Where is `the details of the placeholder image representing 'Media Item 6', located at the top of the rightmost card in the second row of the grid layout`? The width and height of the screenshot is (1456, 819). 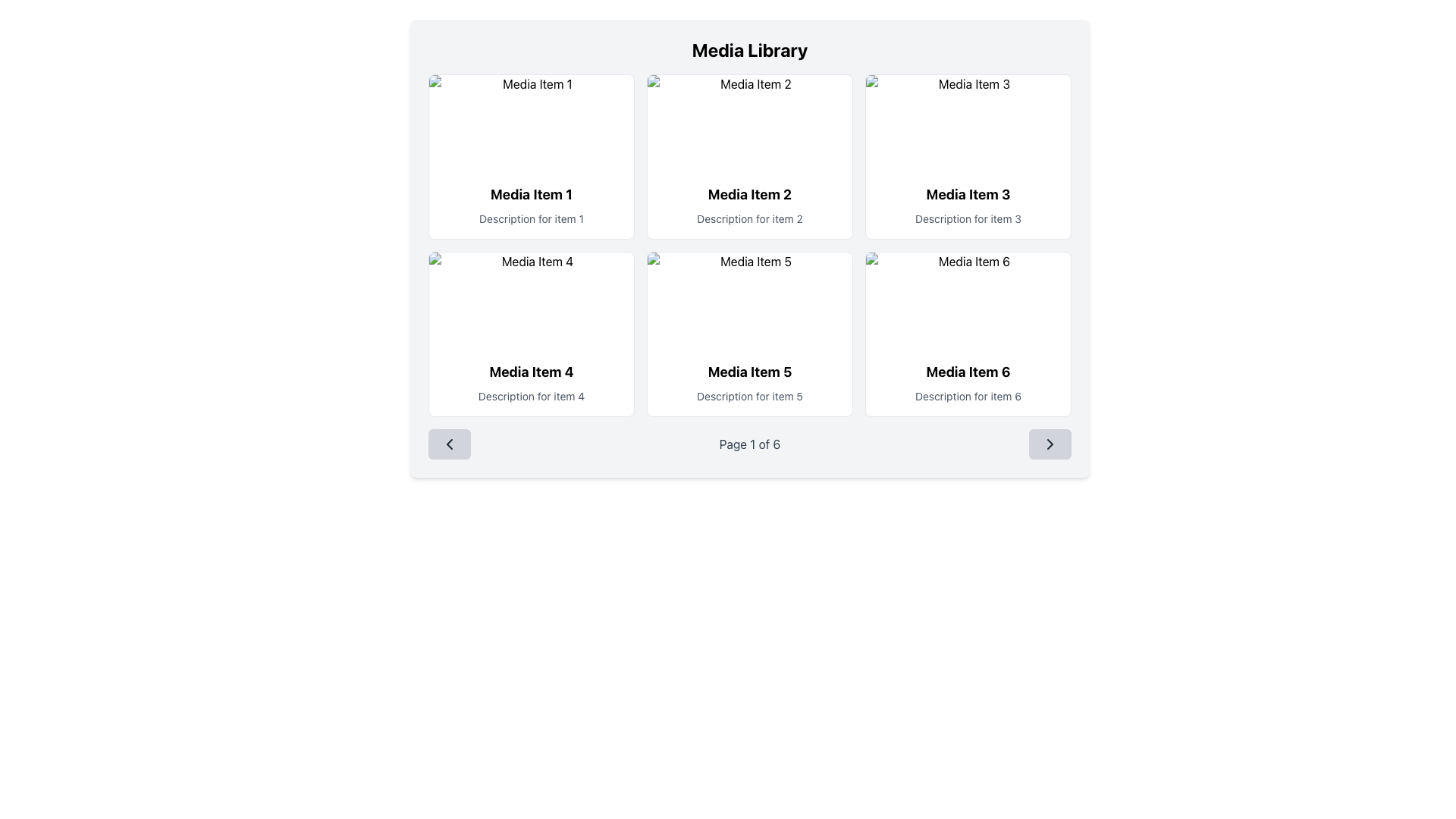 the details of the placeholder image representing 'Media Item 6', located at the top of the rightmost card in the second row of the grid layout is located at coordinates (967, 301).